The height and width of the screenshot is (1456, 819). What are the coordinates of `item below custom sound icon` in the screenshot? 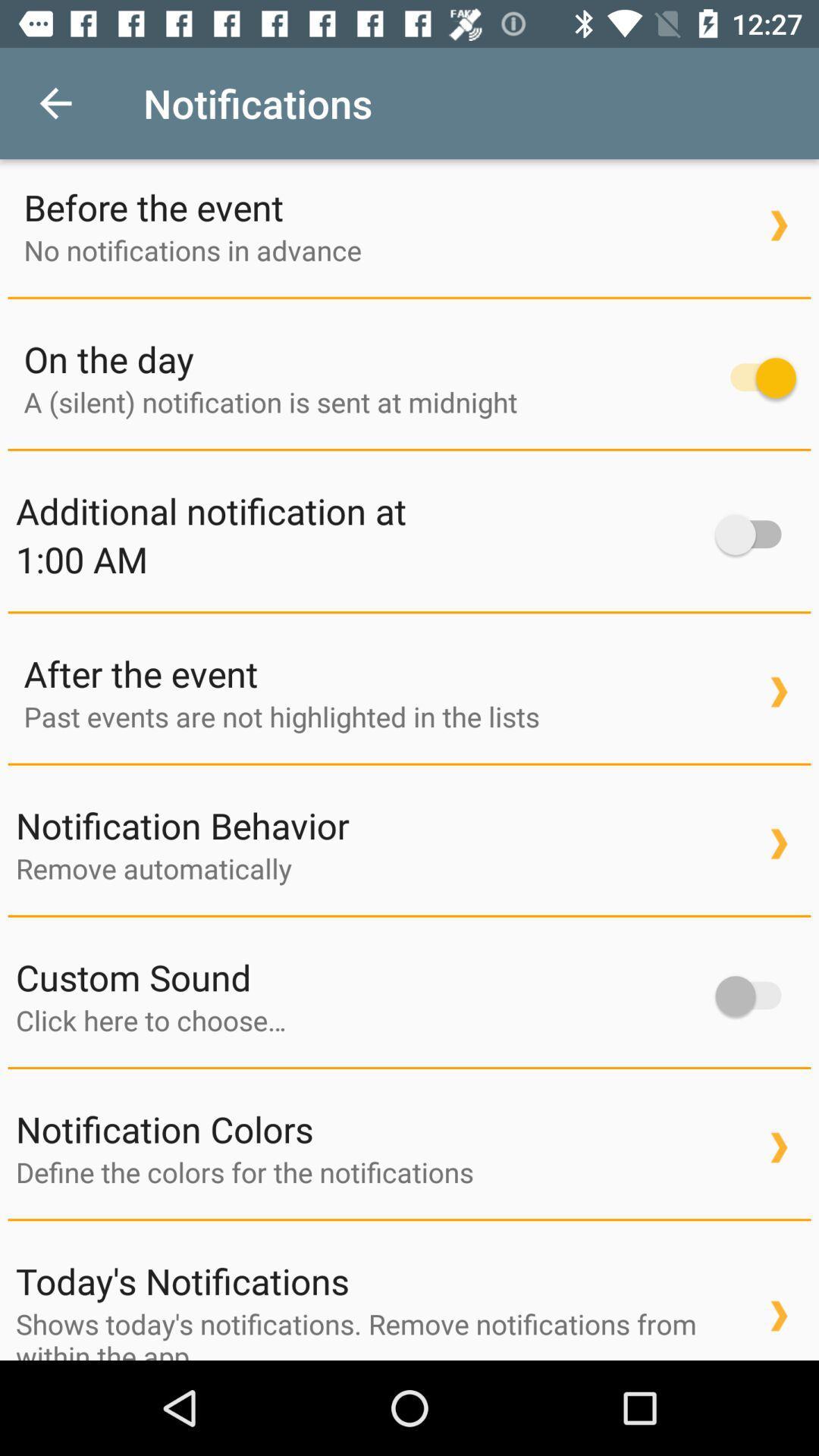 It's located at (358, 1020).